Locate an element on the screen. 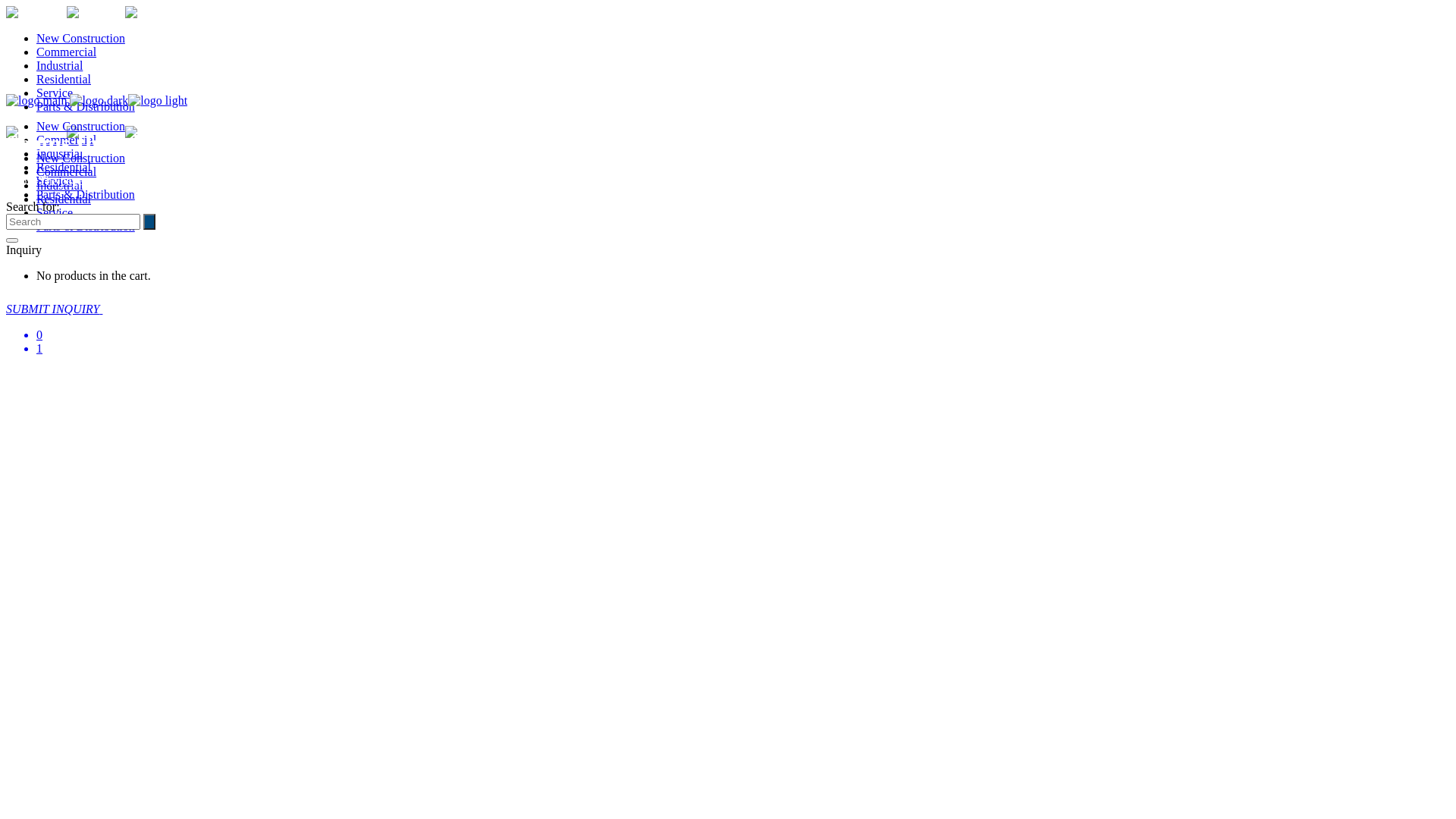 The image size is (1456, 819). '0 is located at coordinates (728, 354).